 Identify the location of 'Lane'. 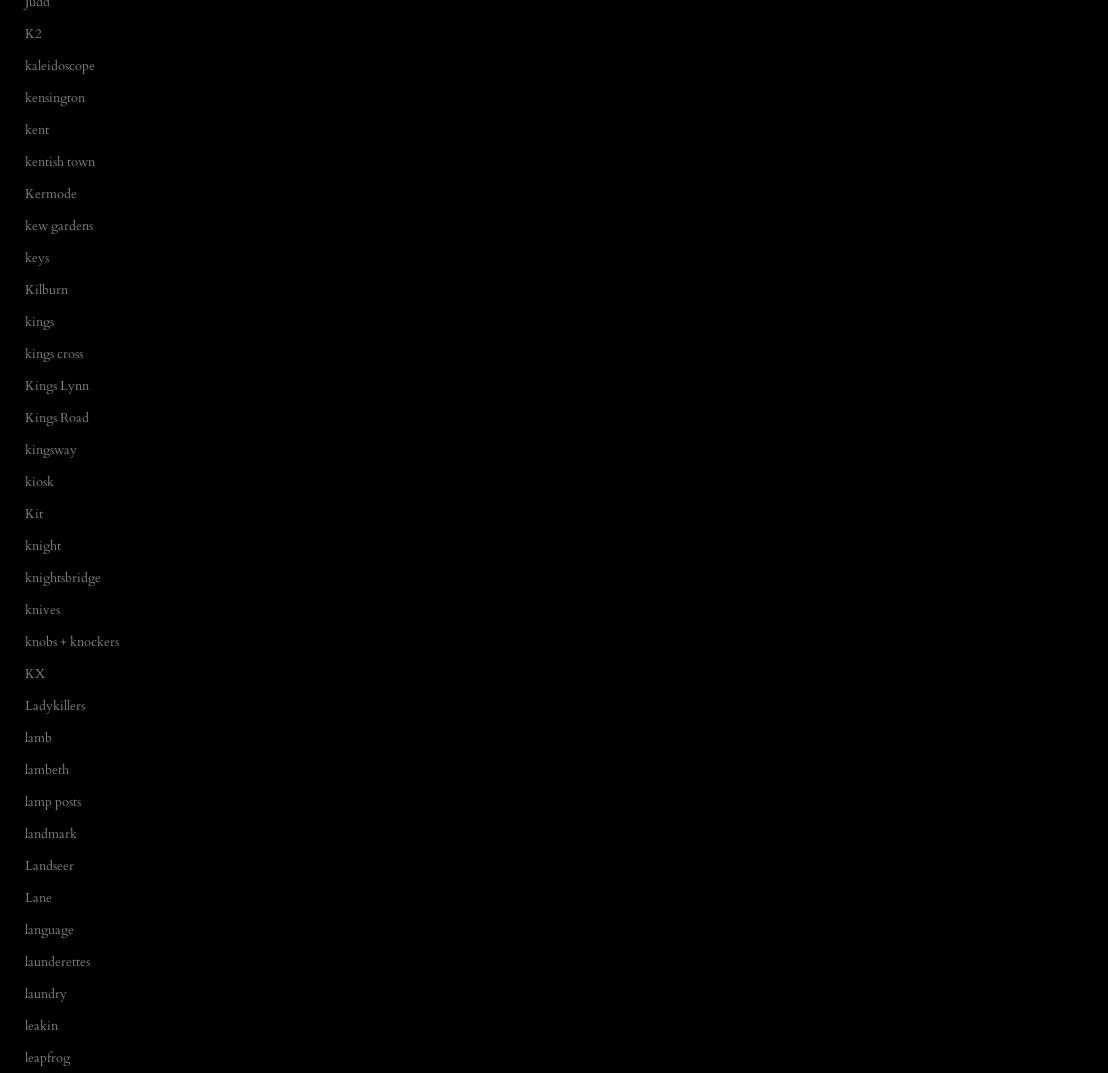
(38, 897).